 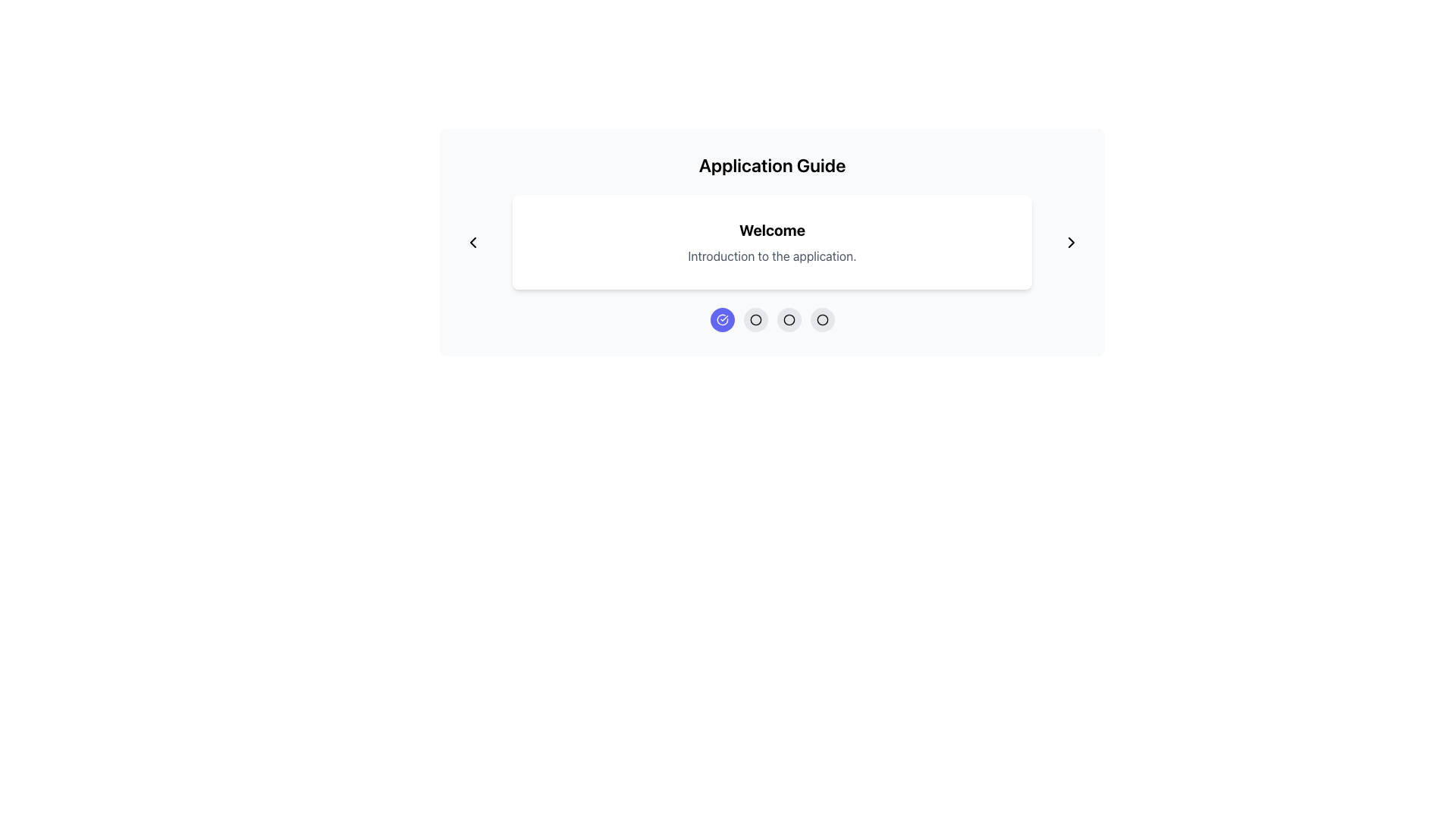 I want to click on the second clickable button or navigation indicator located in the 'Application Guide' section for keyboard navigation, so click(x=772, y=318).